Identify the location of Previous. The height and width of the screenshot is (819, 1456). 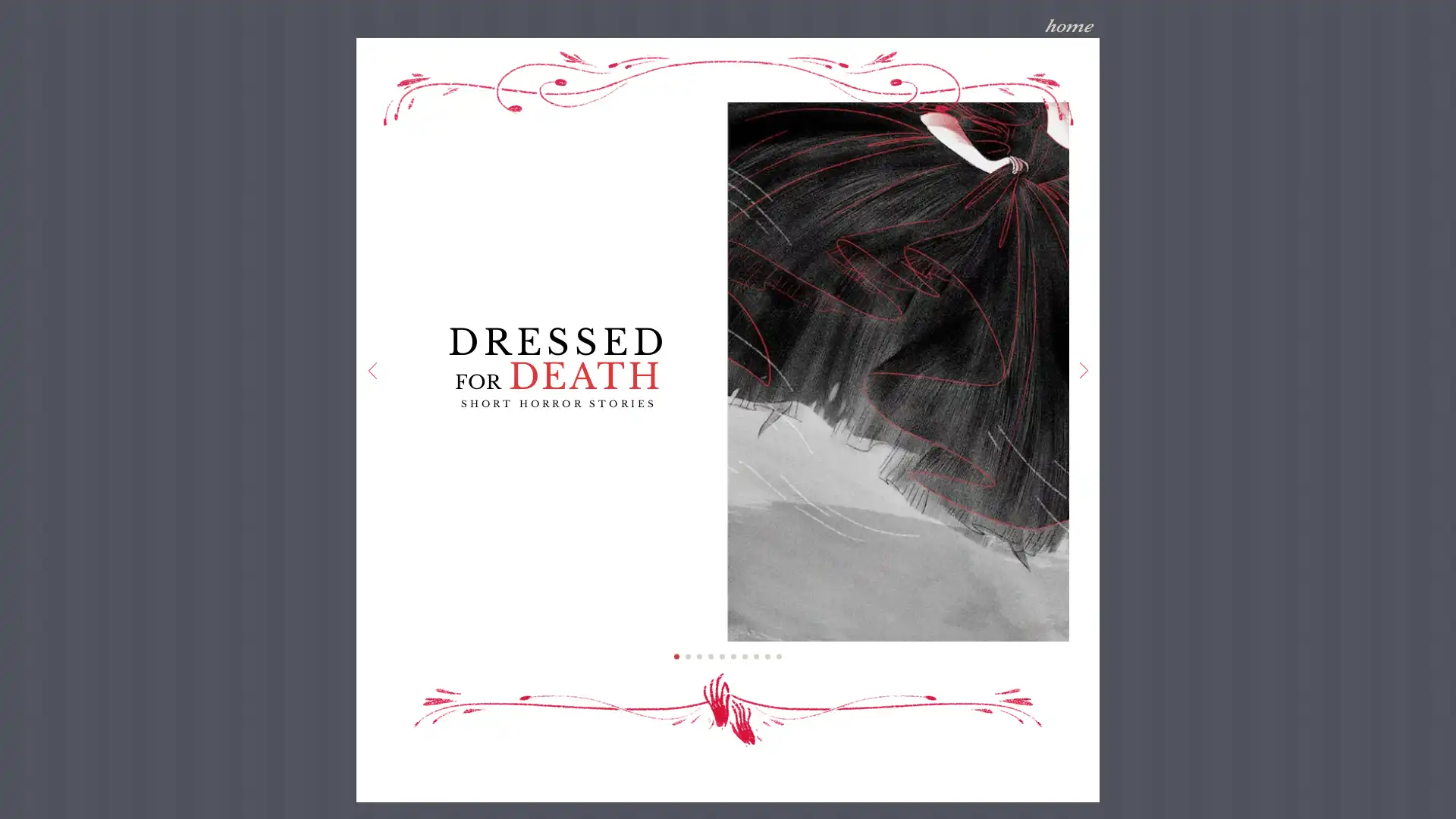
(372, 371).